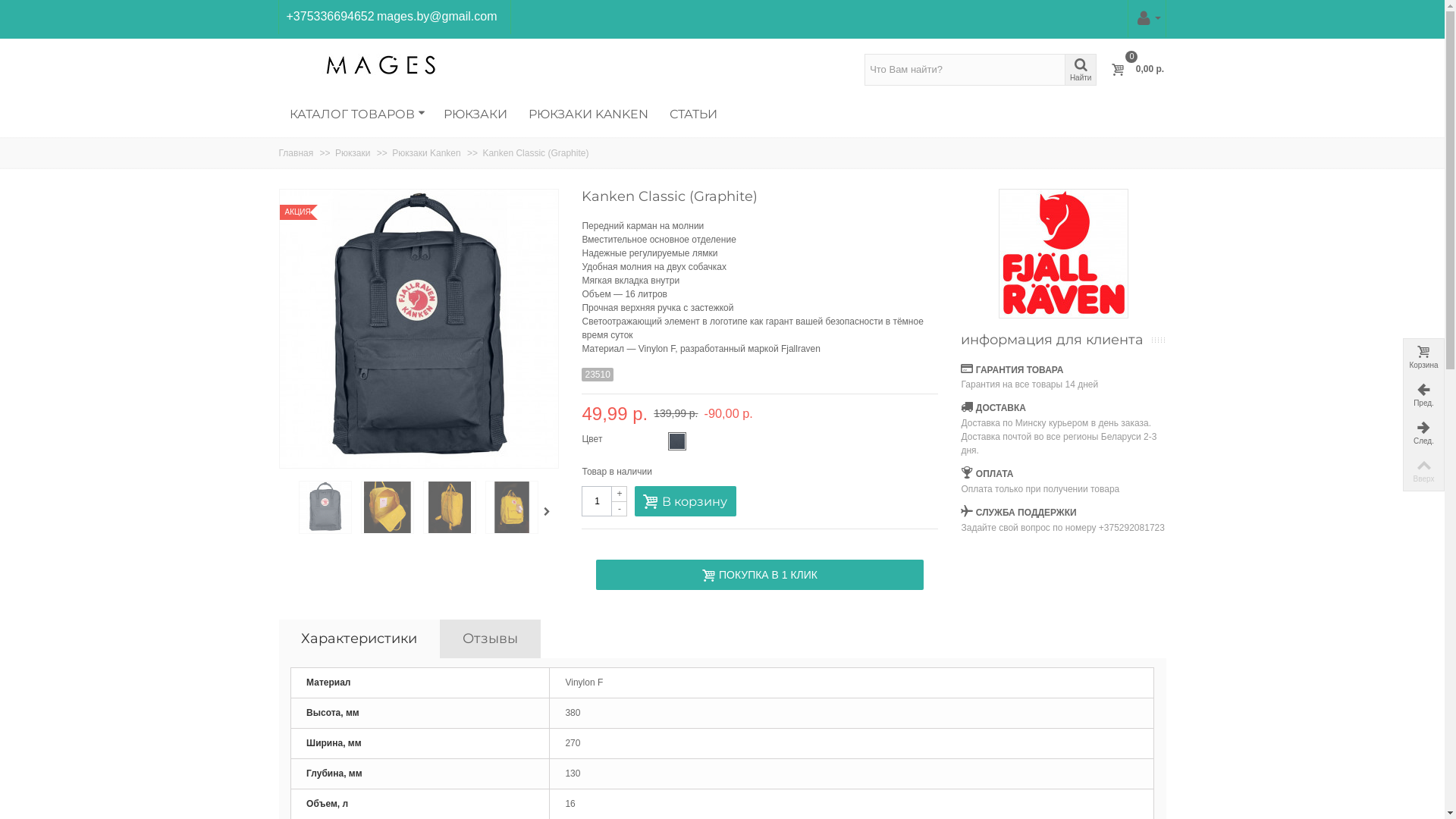 This screenshot has width=1456, height=819. What do you see at coordinates (676, 441) in the screenshot?
I see `'Graphite'` at bounding box center [676, 441].